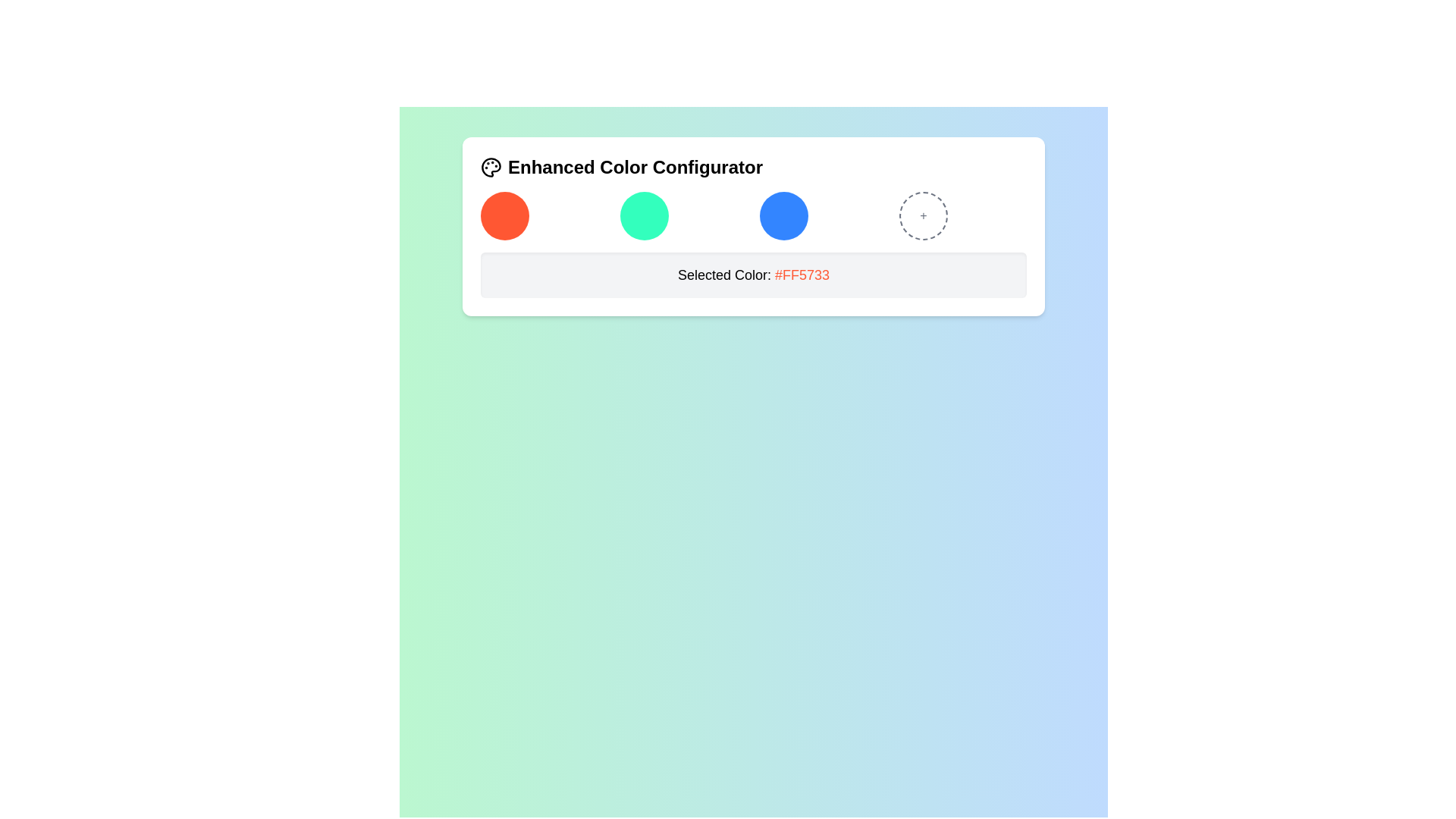  I want to click on the third circular blue color option in a horizontal group of four, so click(822, 216).